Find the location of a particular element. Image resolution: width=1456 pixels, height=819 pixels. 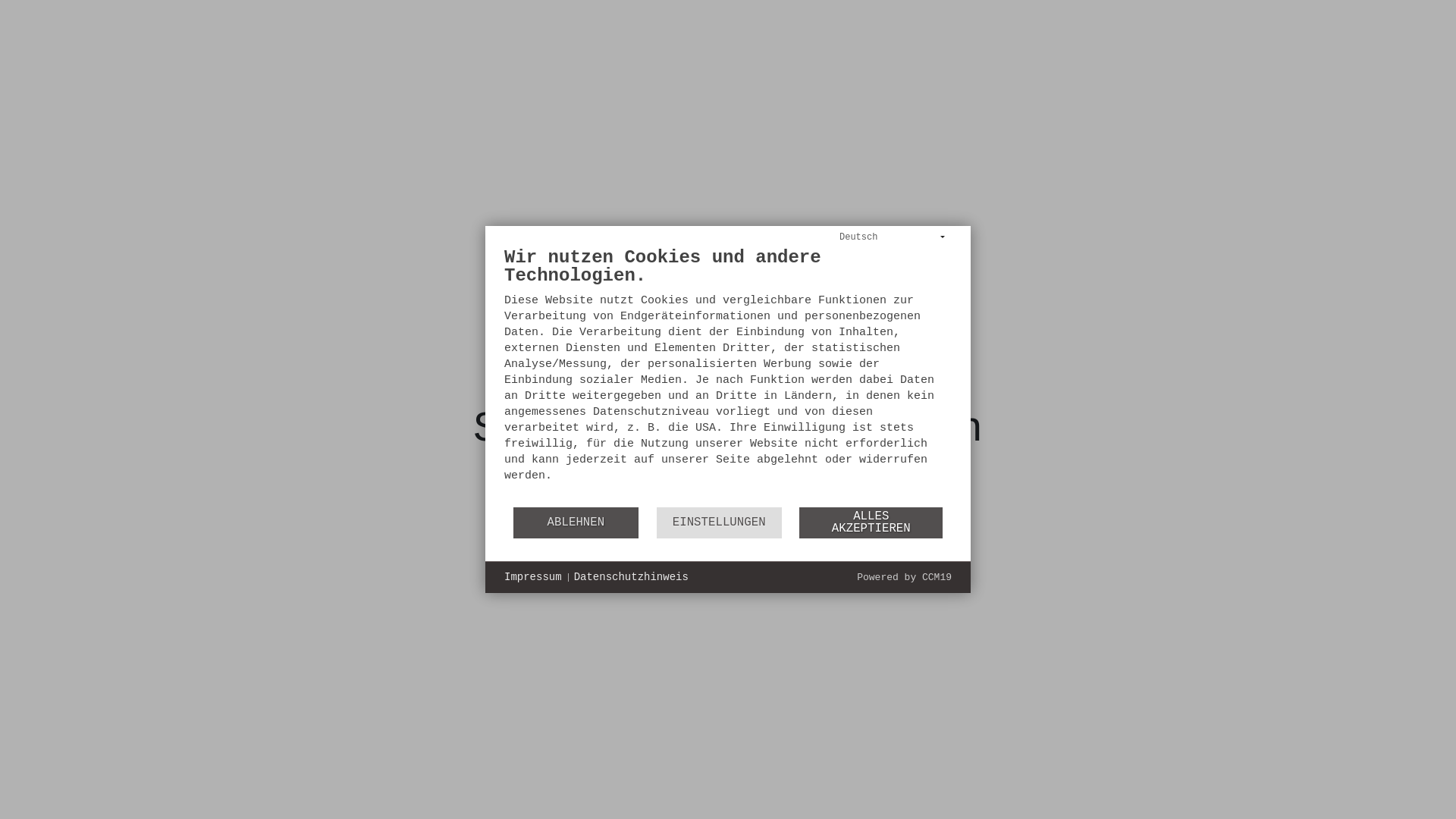

'EINSTELLUNGEN' is located at coordinates (718, 522).